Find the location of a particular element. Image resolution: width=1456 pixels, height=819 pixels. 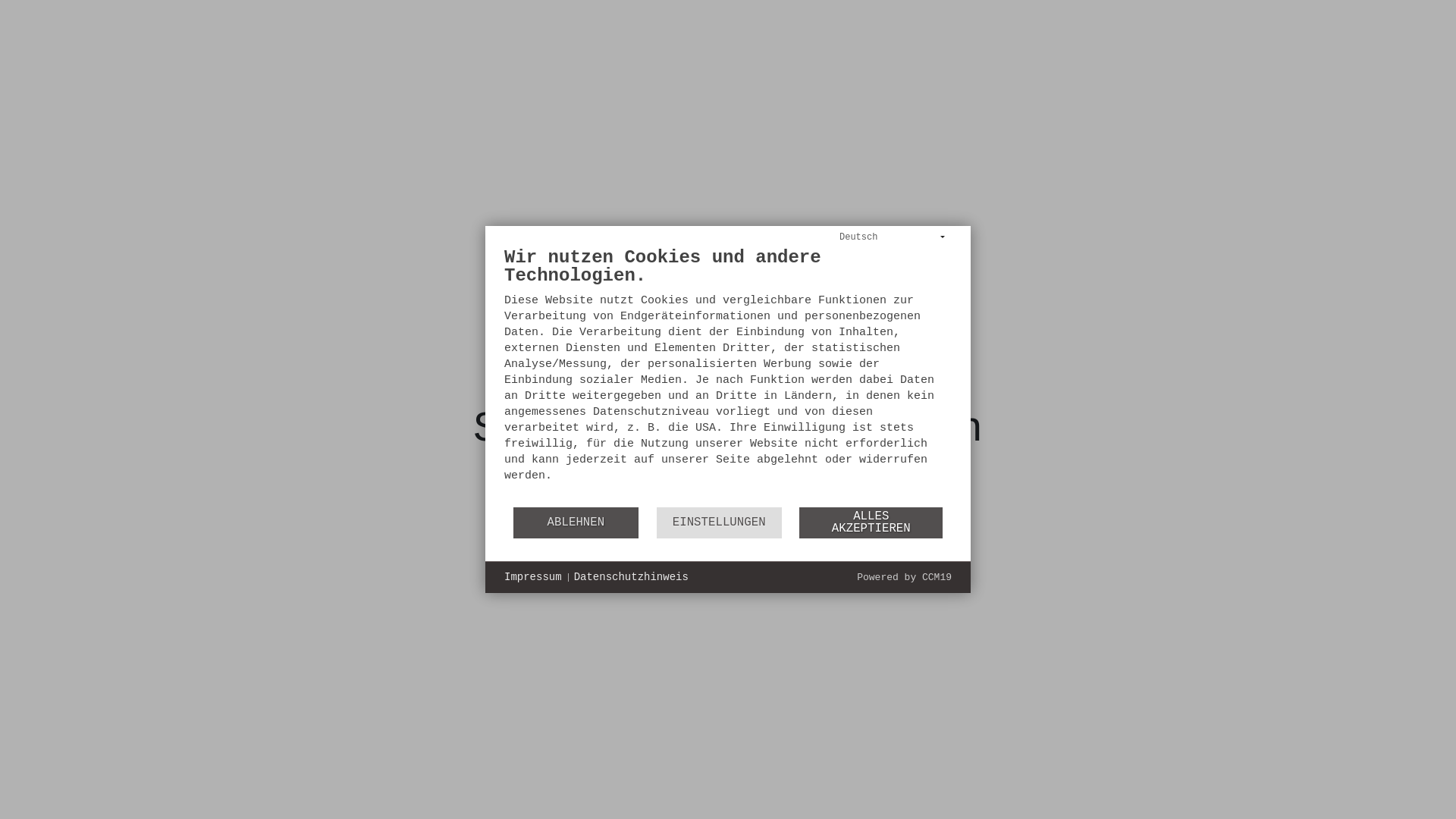

'EINSTELLUNGEN' is located at coordinates (718, 522).